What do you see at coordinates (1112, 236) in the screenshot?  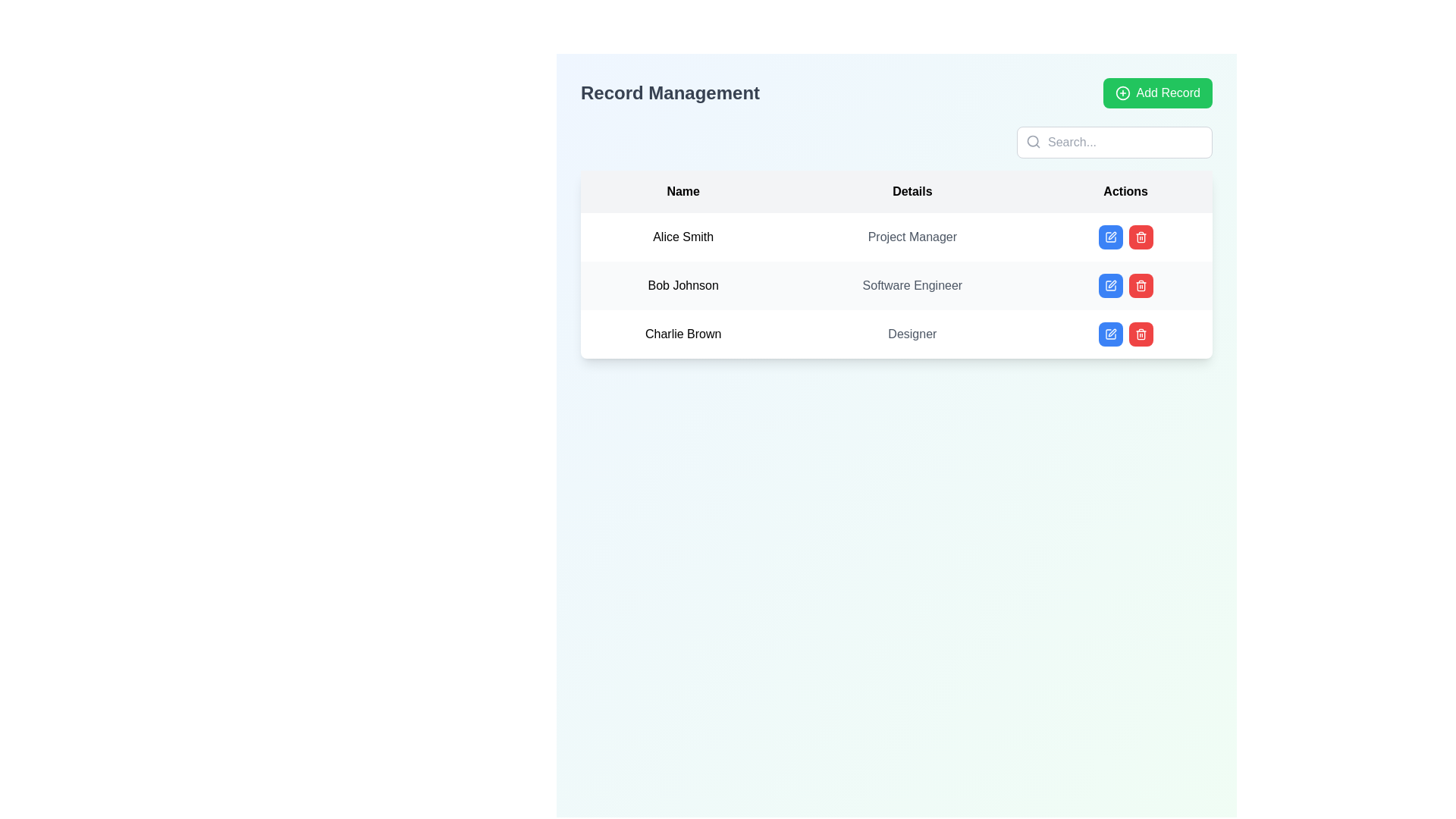 I see `the edit icon, which is a small pen illustration located in the 'Actions' column of the middle row of the table` at bounding box center [1112, 236].